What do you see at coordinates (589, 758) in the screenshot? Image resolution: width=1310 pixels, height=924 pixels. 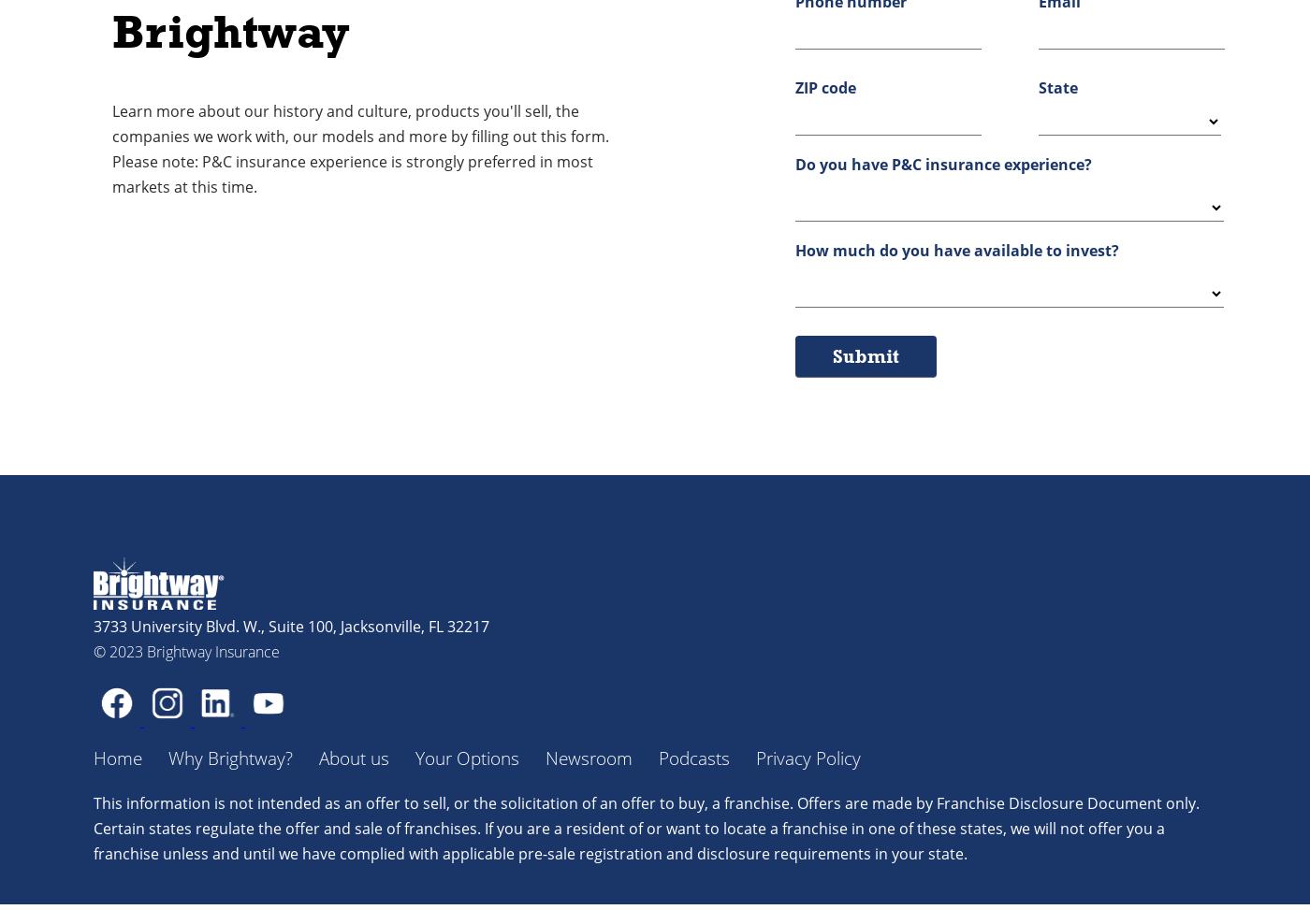 I see `'Newsroom'` at bounding box center [589, 758].